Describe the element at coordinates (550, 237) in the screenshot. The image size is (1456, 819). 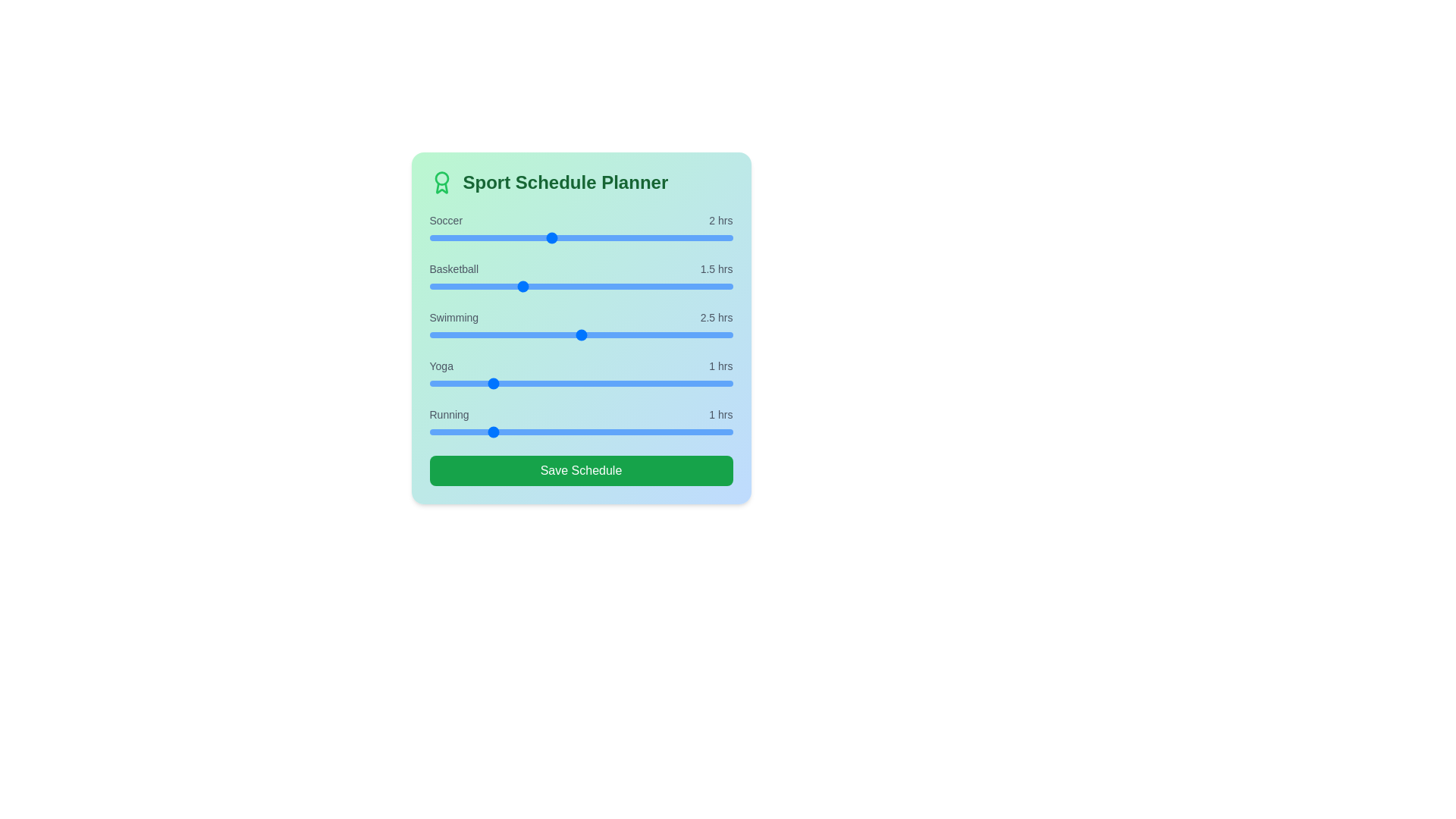
I see `the Soccer slider to 2 hours` at that location.